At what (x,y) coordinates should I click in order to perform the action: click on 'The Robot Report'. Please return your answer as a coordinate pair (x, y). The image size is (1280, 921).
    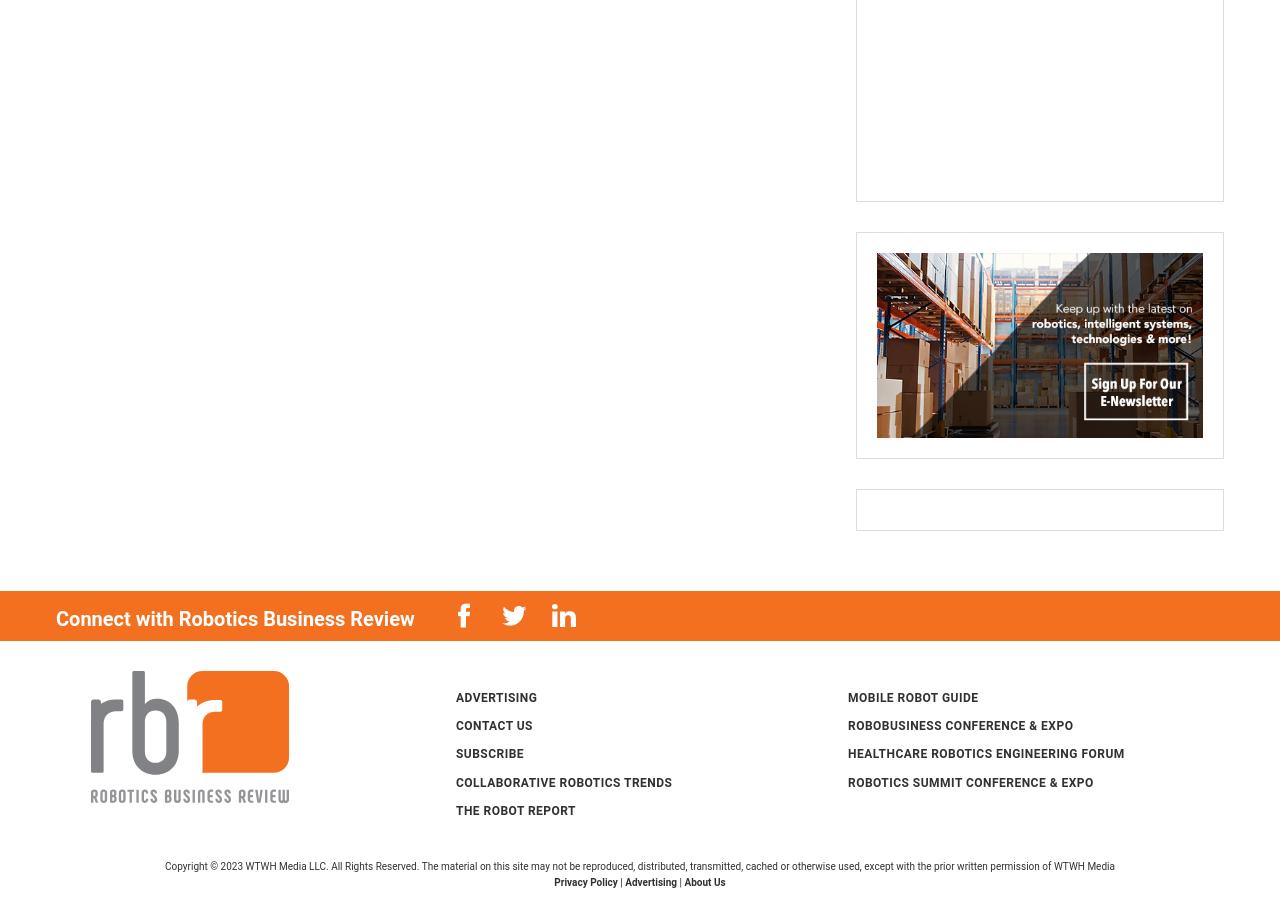
    Looking at the image, I should click on (515, 810).